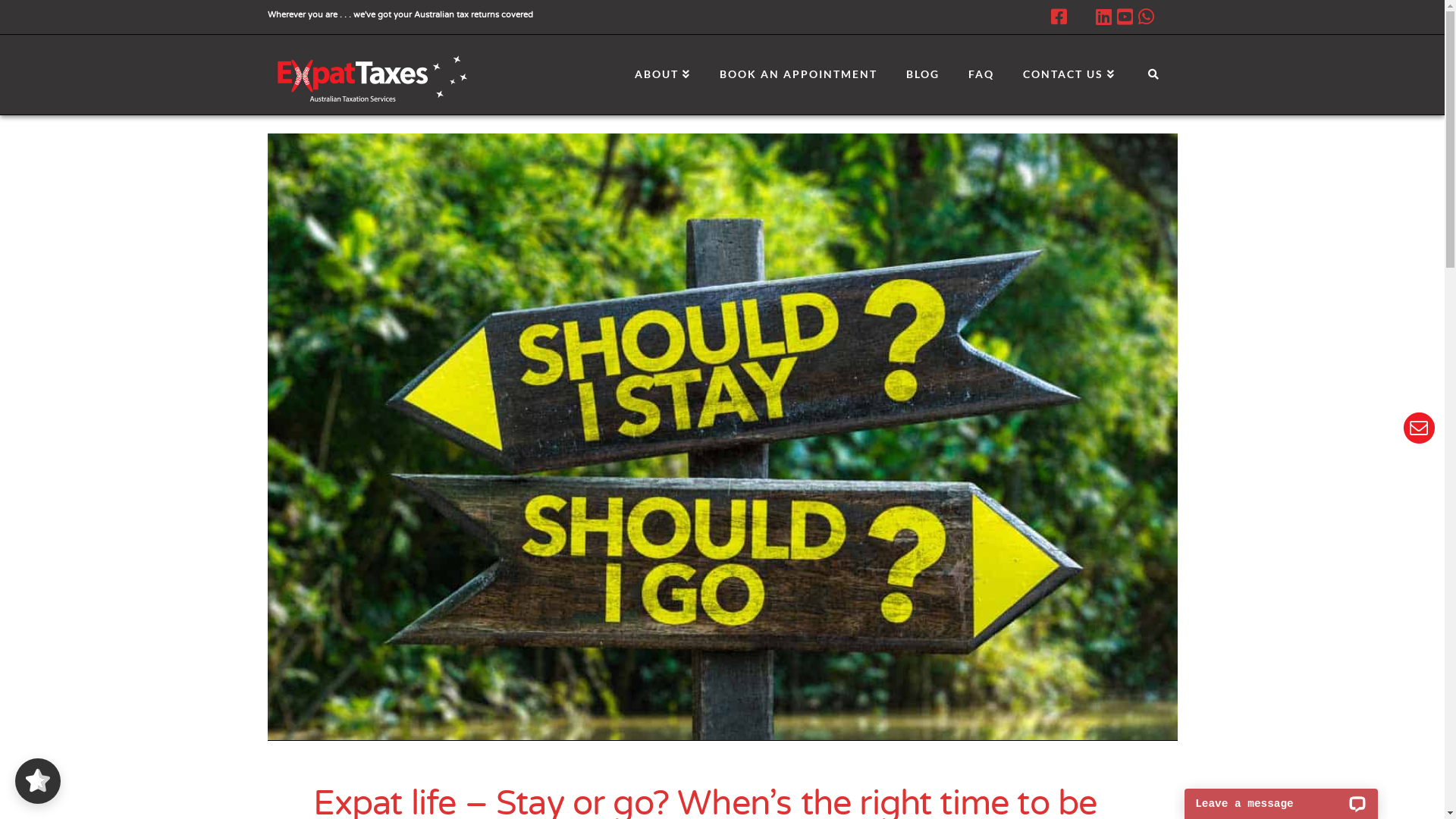 This screenshot has width=1456, height=819. I want to click on 'CONTACT US', so click(1068, 69).